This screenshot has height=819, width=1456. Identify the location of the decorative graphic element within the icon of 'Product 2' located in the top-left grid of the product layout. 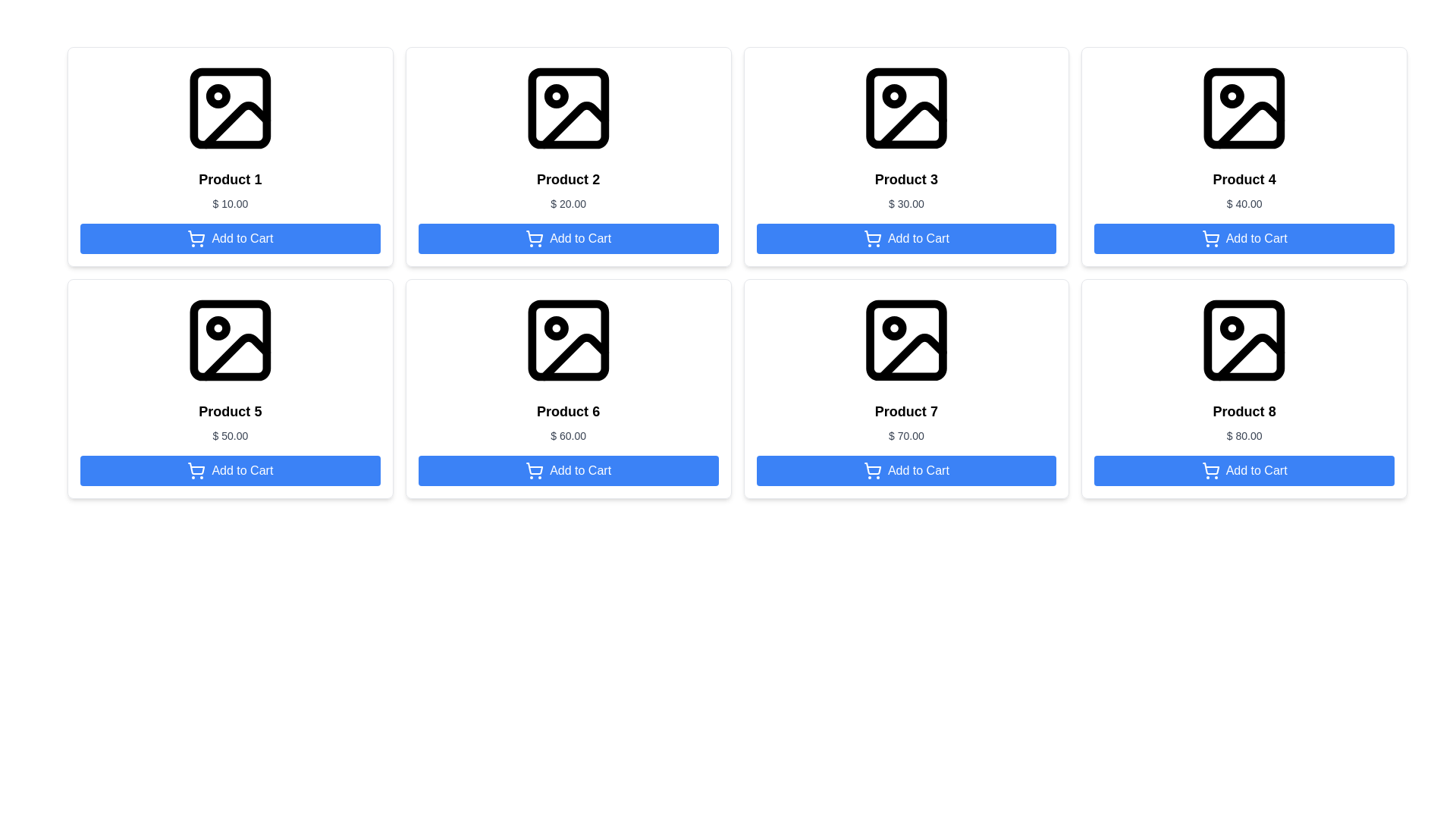
(573, 124).